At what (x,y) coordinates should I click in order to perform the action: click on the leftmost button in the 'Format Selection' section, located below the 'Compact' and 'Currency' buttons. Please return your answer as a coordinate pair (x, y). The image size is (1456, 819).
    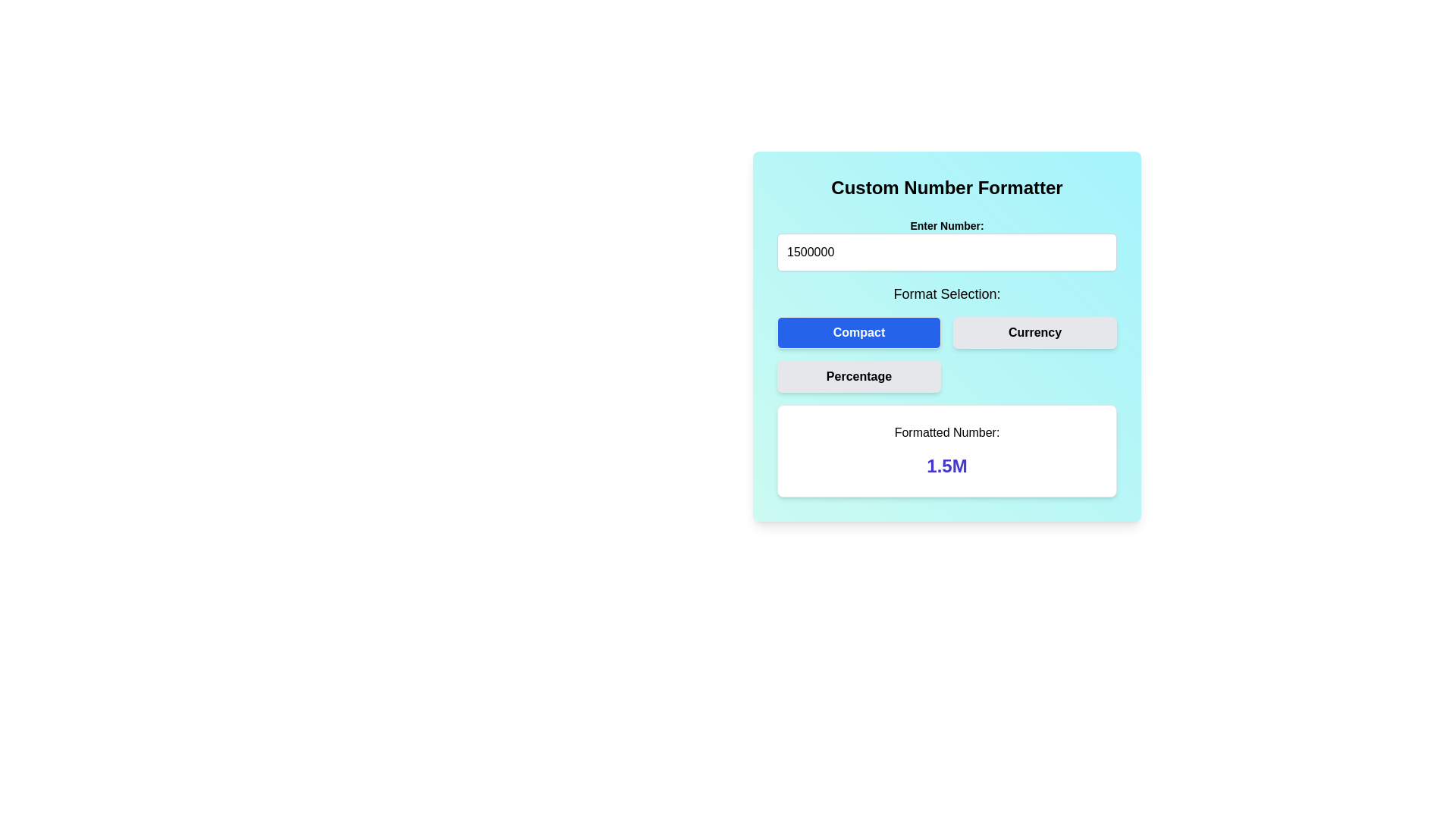
    Looking at the image, I should click on (858, 376).